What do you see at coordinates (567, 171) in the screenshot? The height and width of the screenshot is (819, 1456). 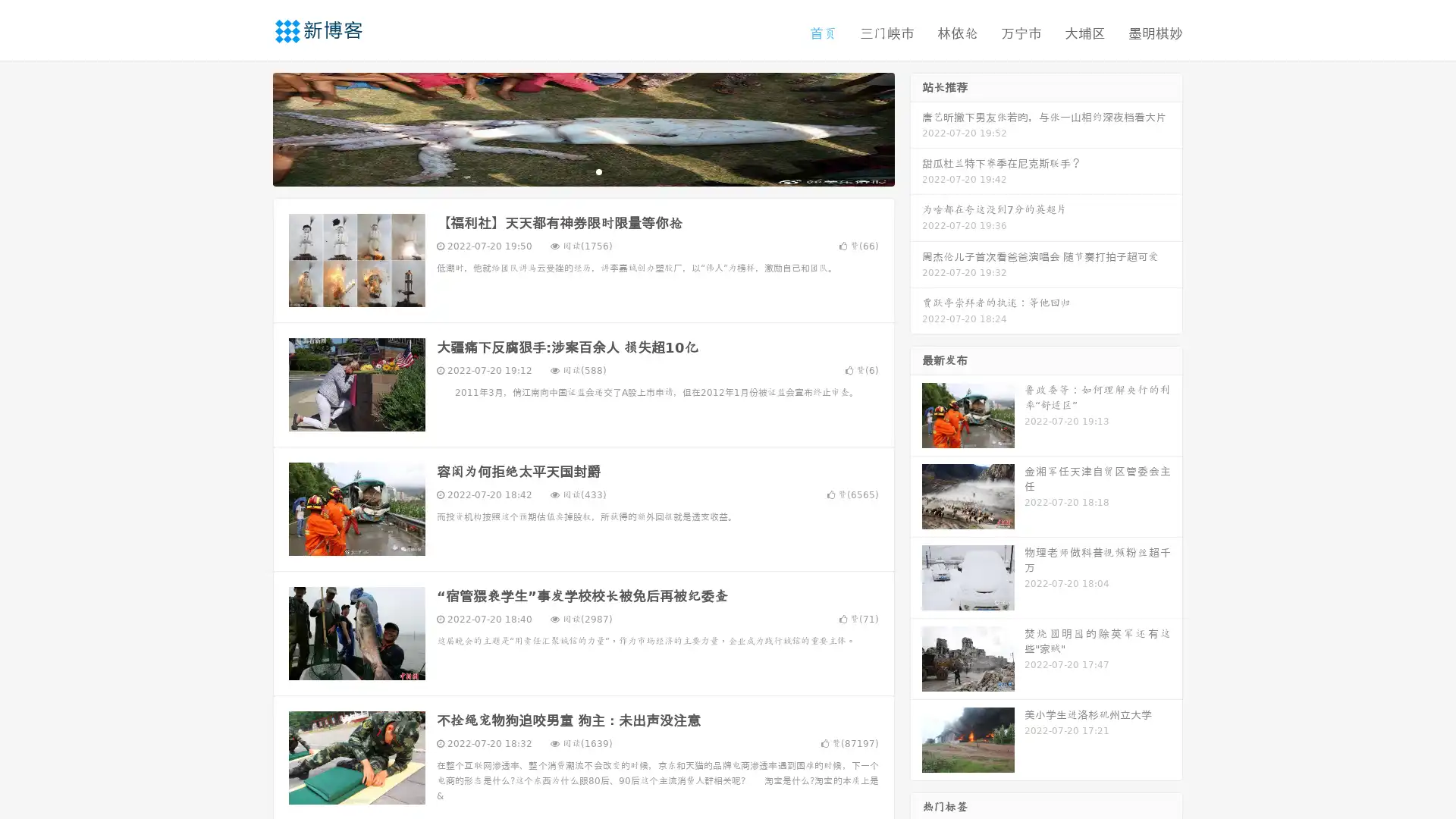 I see `Go to slide 1` at bounding box center [567, 171].